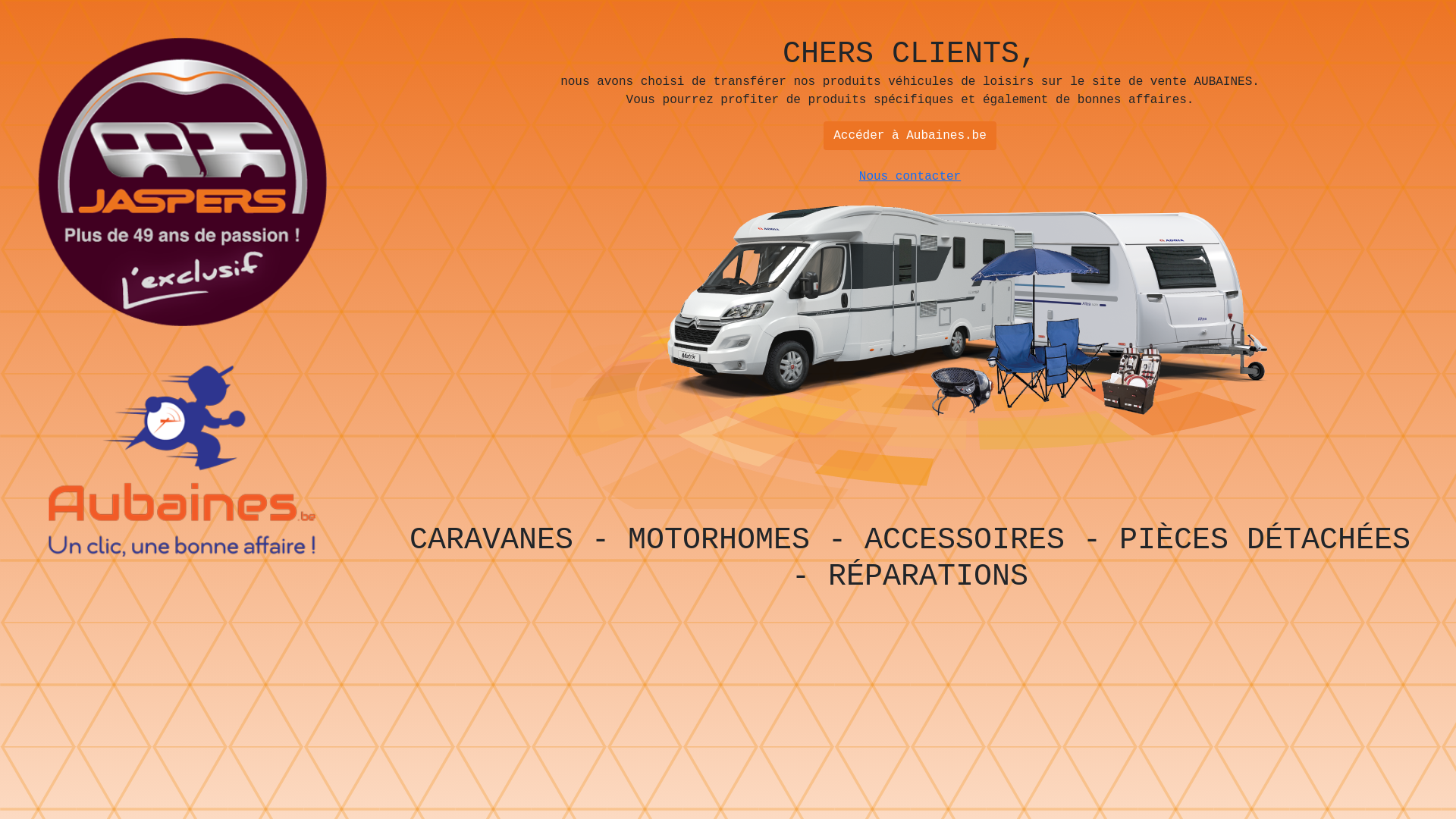  What do you see at coordinates (910, 175) in the screenshot?
I see `'Nous contacter'` at bounding box center [910, 175].